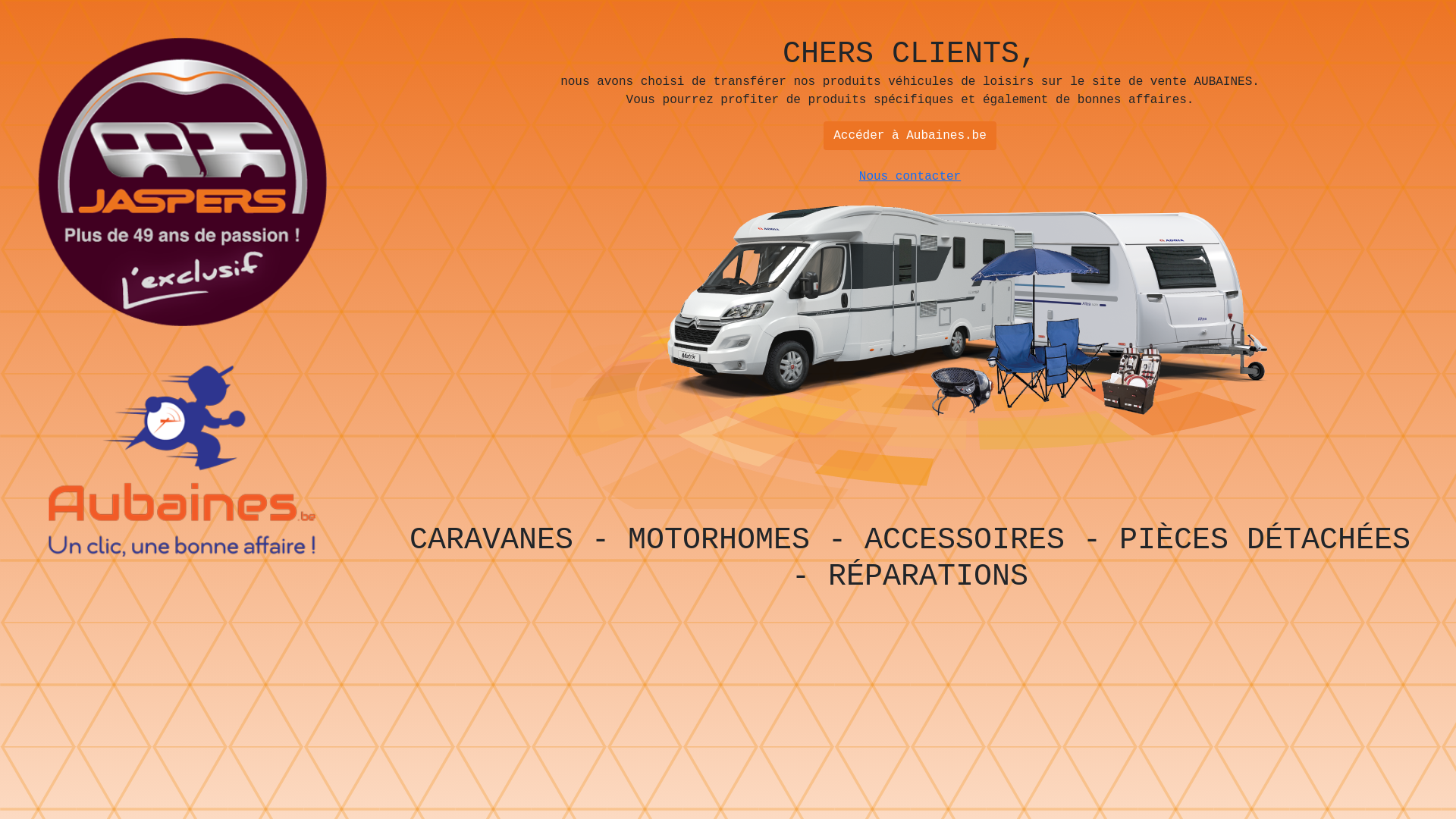  What do you see at coordinates (910, 175) in the screenshot?
I see `'Nous contacter'` at bounding box center [910, 175].